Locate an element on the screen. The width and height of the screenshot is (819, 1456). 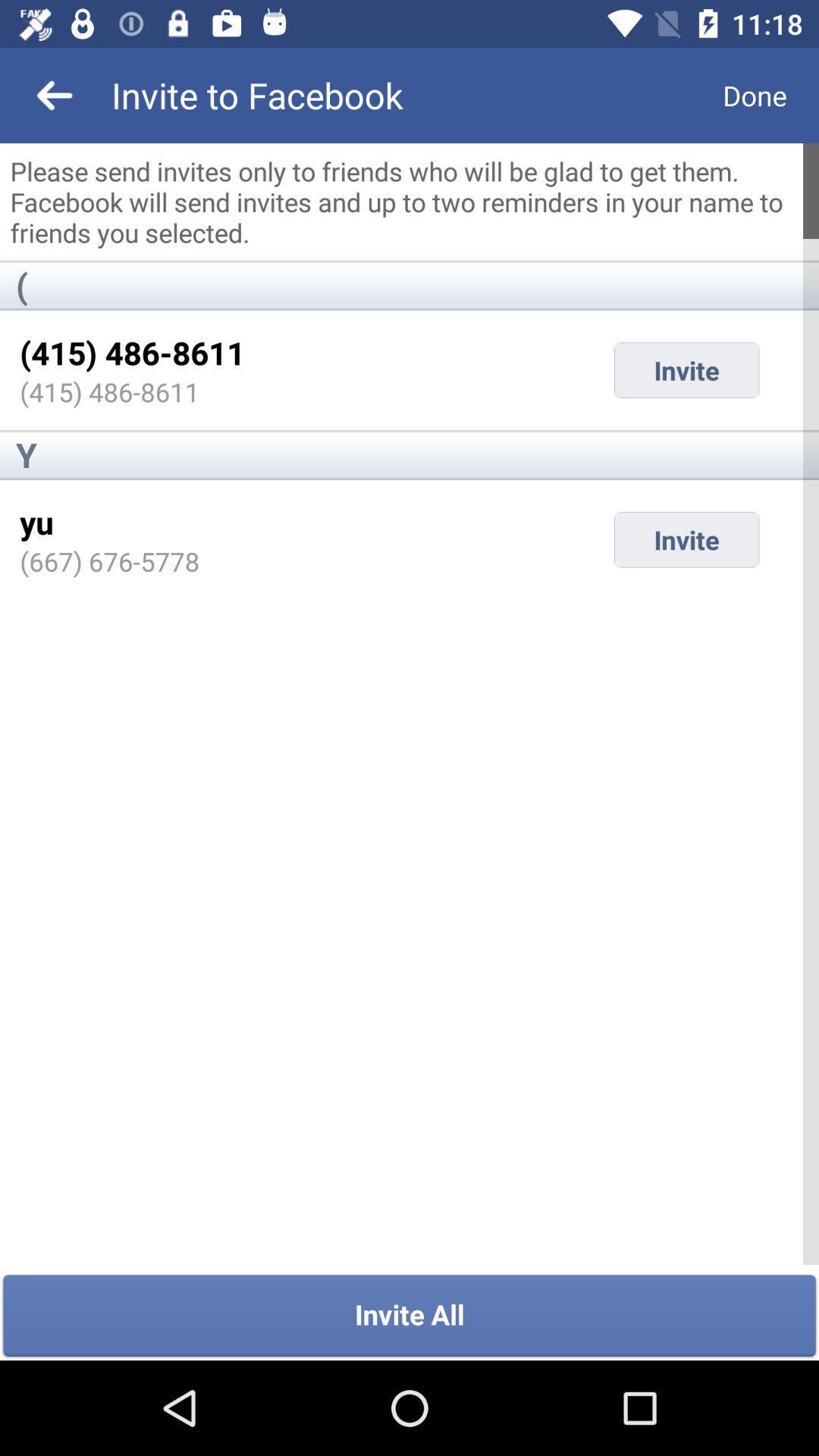
item above the invite all icon is located at coordinates (108, 560).